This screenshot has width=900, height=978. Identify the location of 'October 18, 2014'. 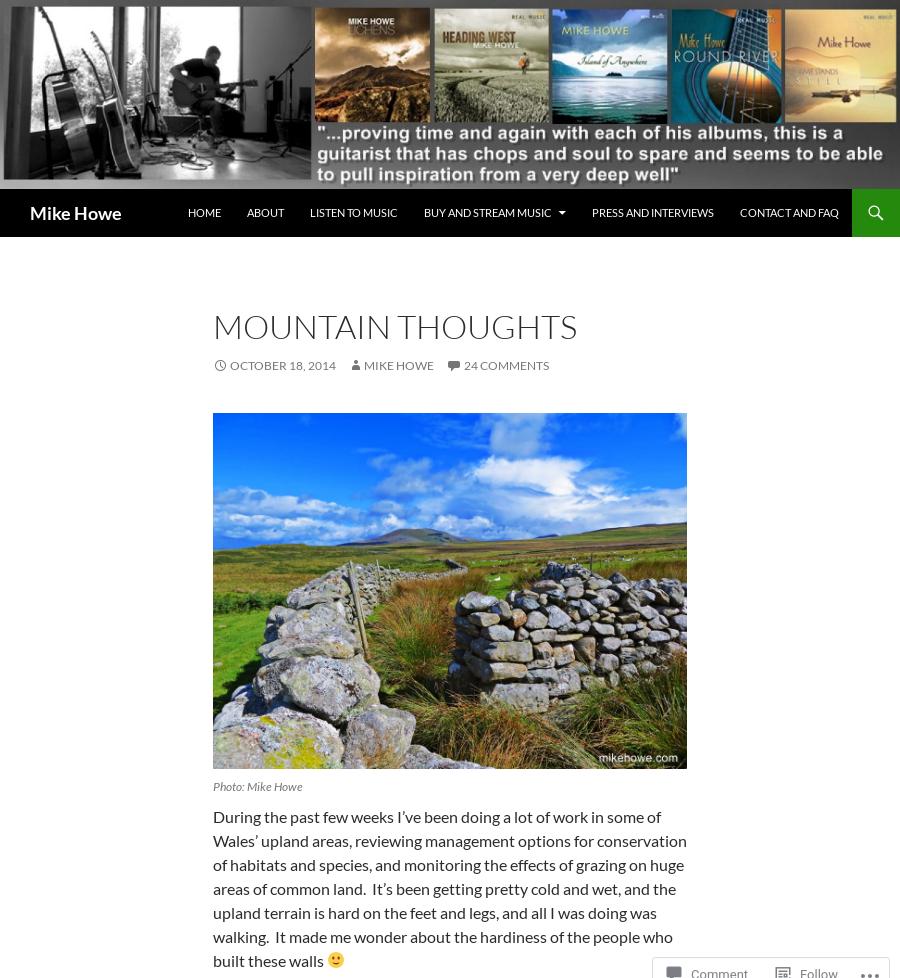
(229, 364).